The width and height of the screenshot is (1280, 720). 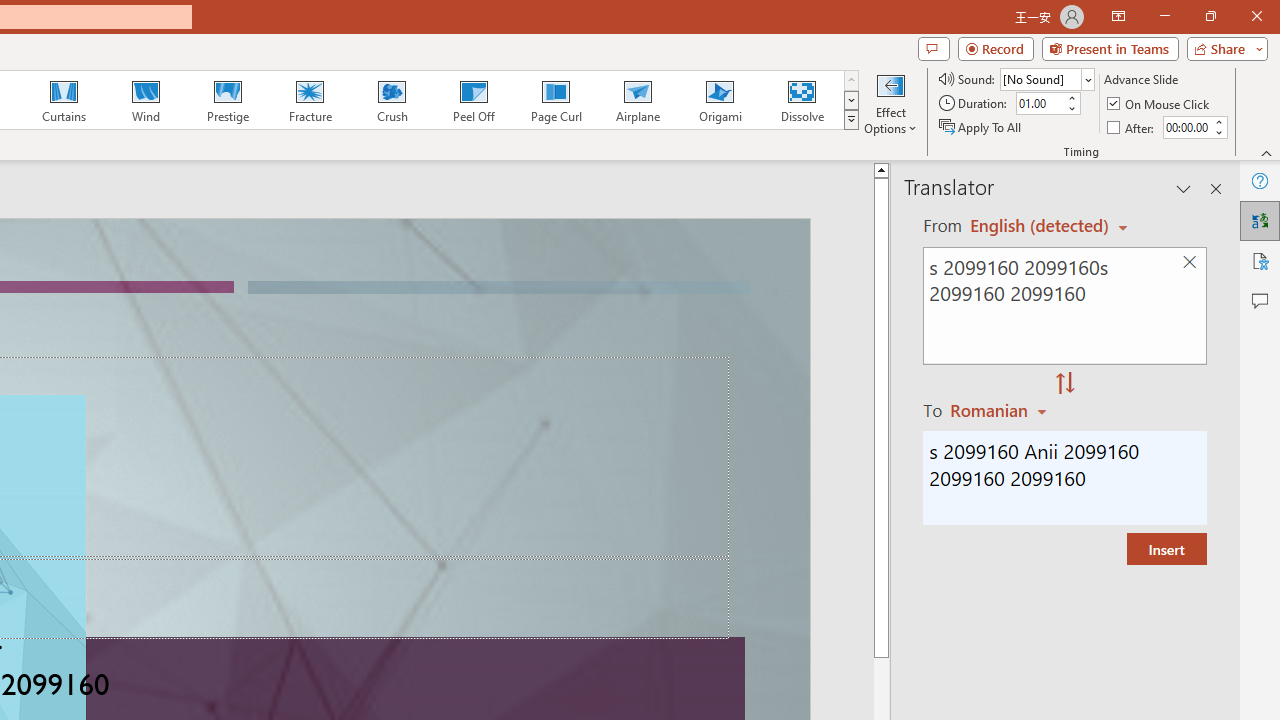 I want to click on 'Prestige', so click(x=227, y=100).